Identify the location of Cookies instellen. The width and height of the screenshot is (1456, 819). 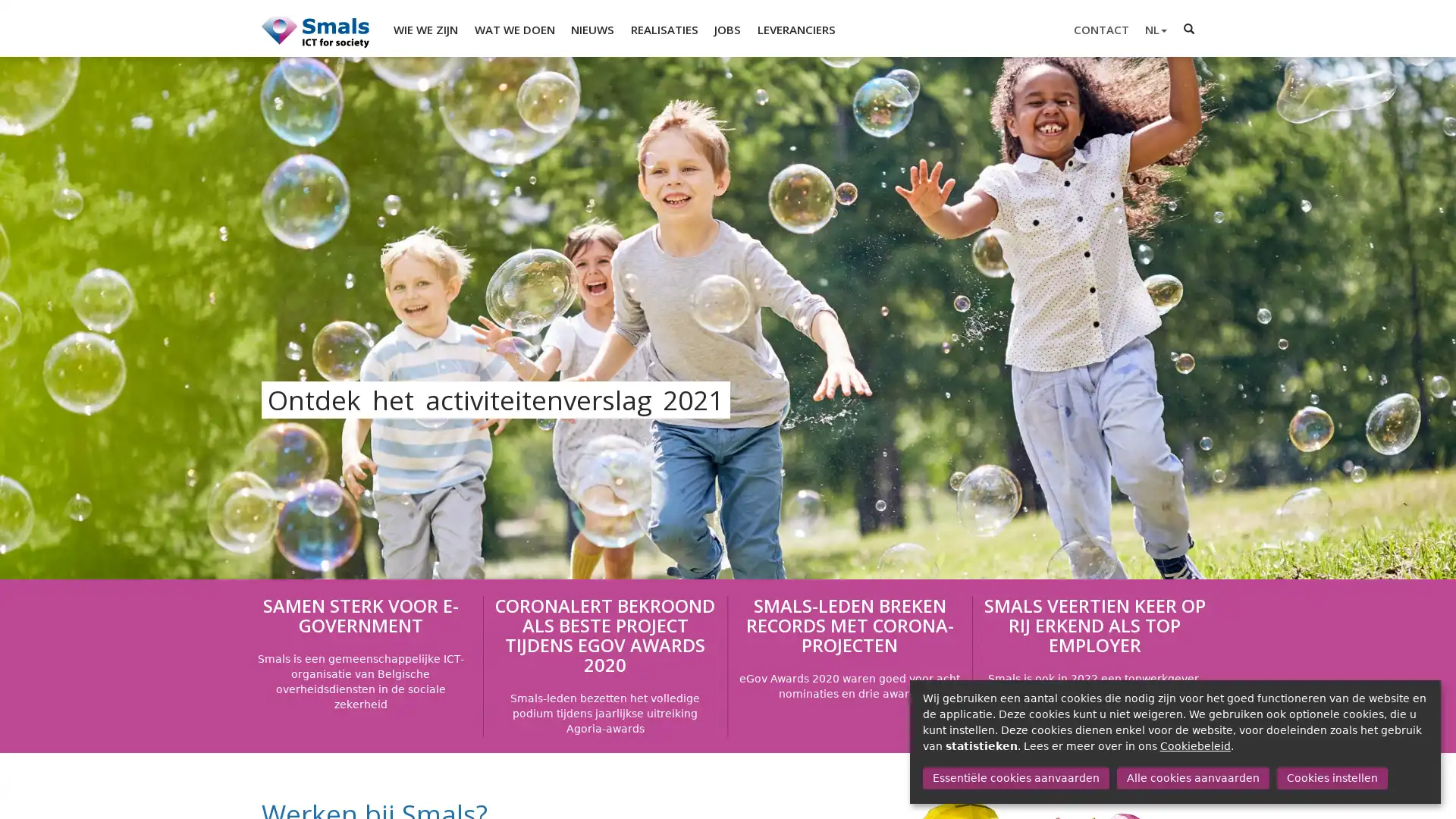
(1331, 778).